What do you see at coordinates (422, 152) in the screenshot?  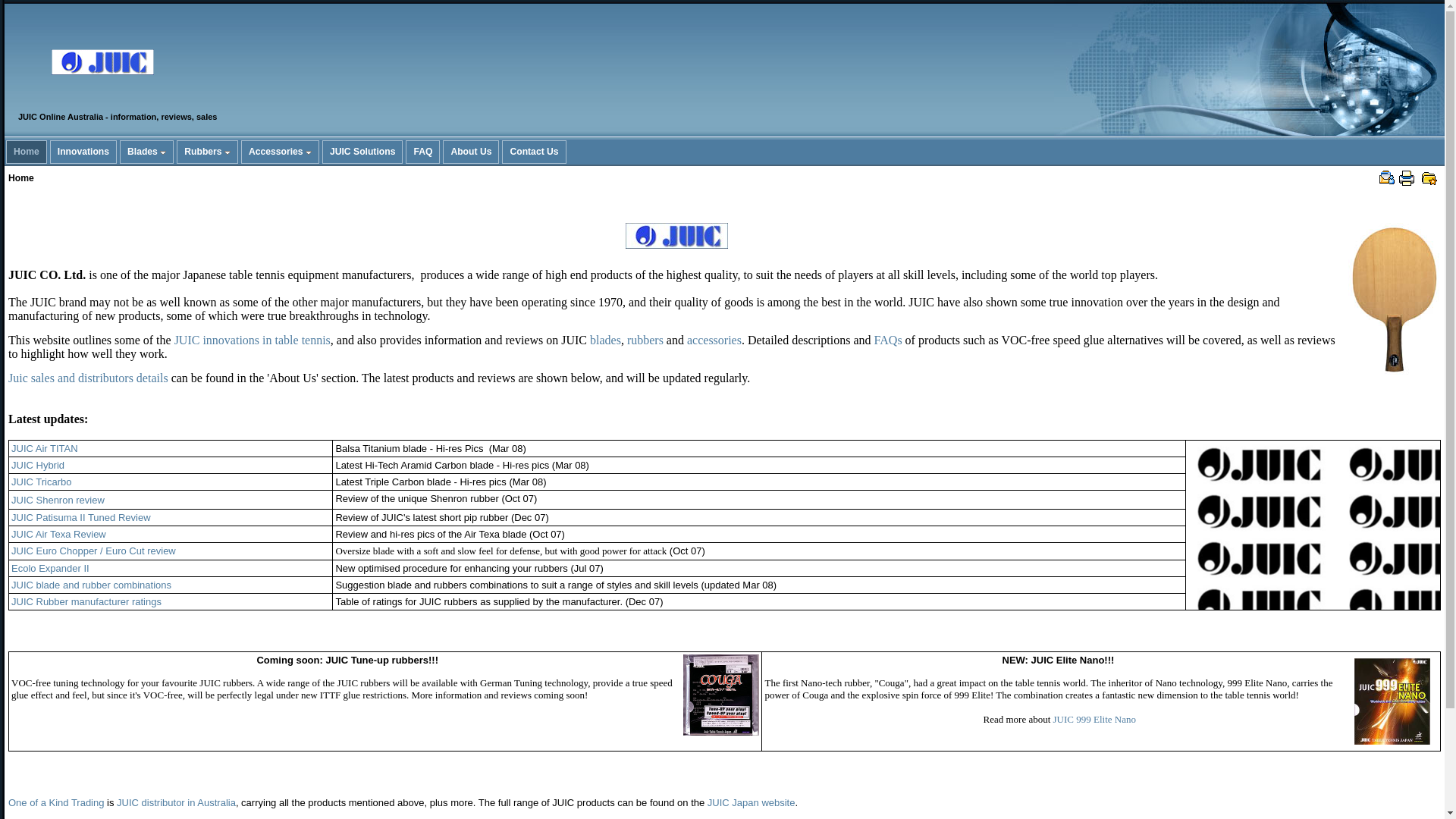 I see `'FAQ'` at bounding box center [422, 152].